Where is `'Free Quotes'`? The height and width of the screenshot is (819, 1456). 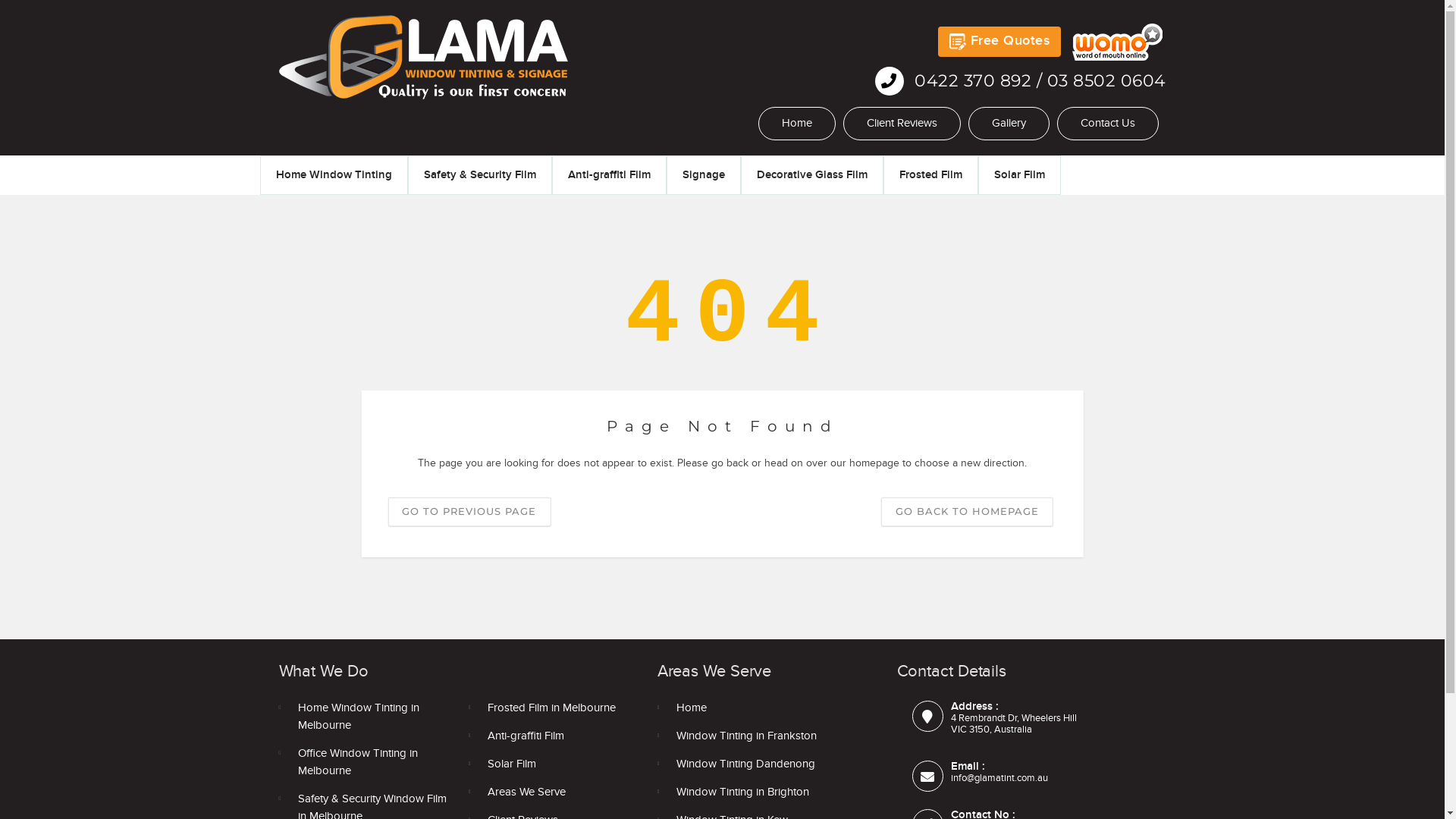
'Free Quotes' is located at coordinates (937, 40).